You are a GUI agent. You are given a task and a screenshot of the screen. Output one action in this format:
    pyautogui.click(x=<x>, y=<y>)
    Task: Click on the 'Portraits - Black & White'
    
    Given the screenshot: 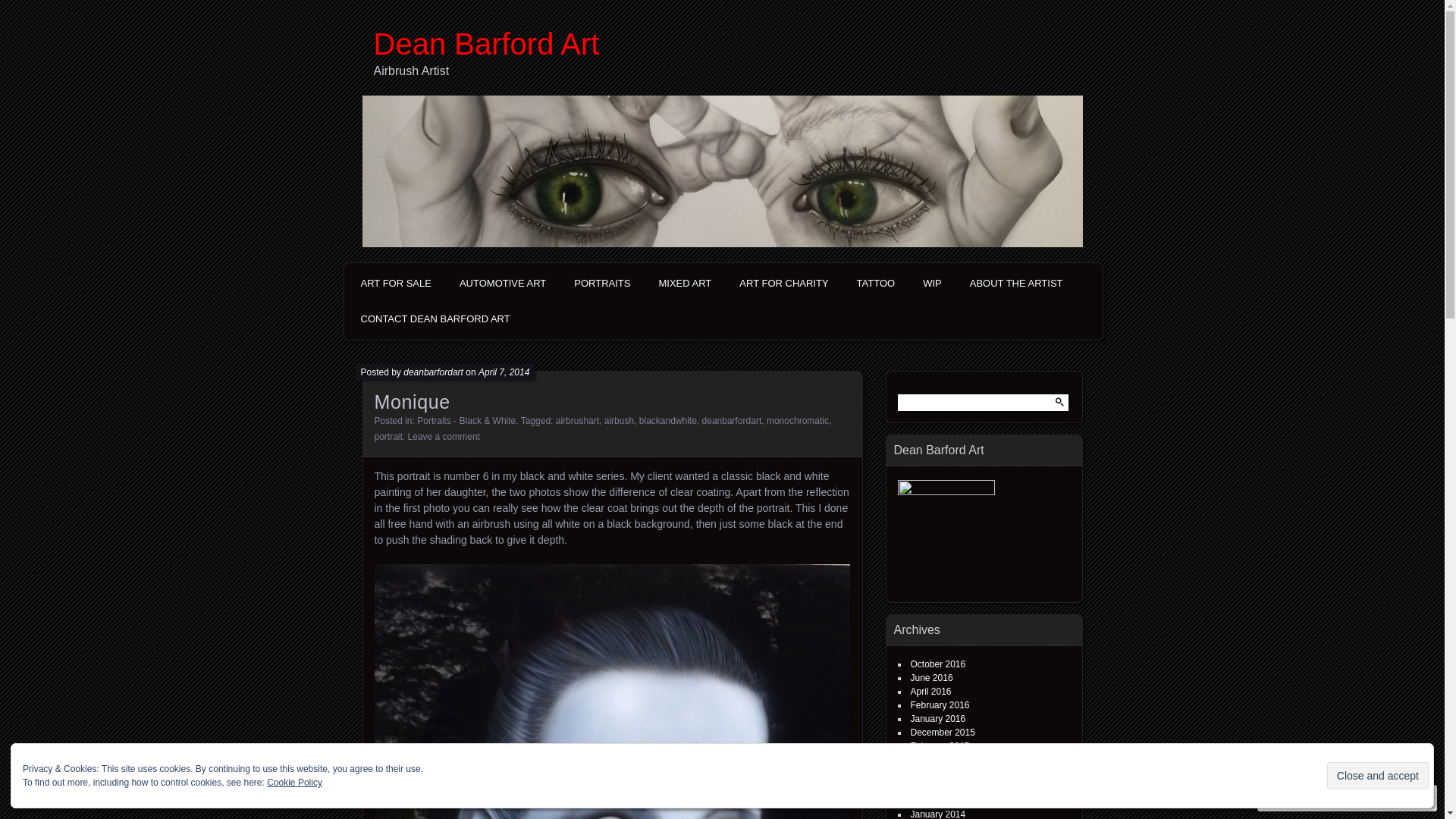 What is the action you would take?
    pyautogui.click(x=417, y=421)
    